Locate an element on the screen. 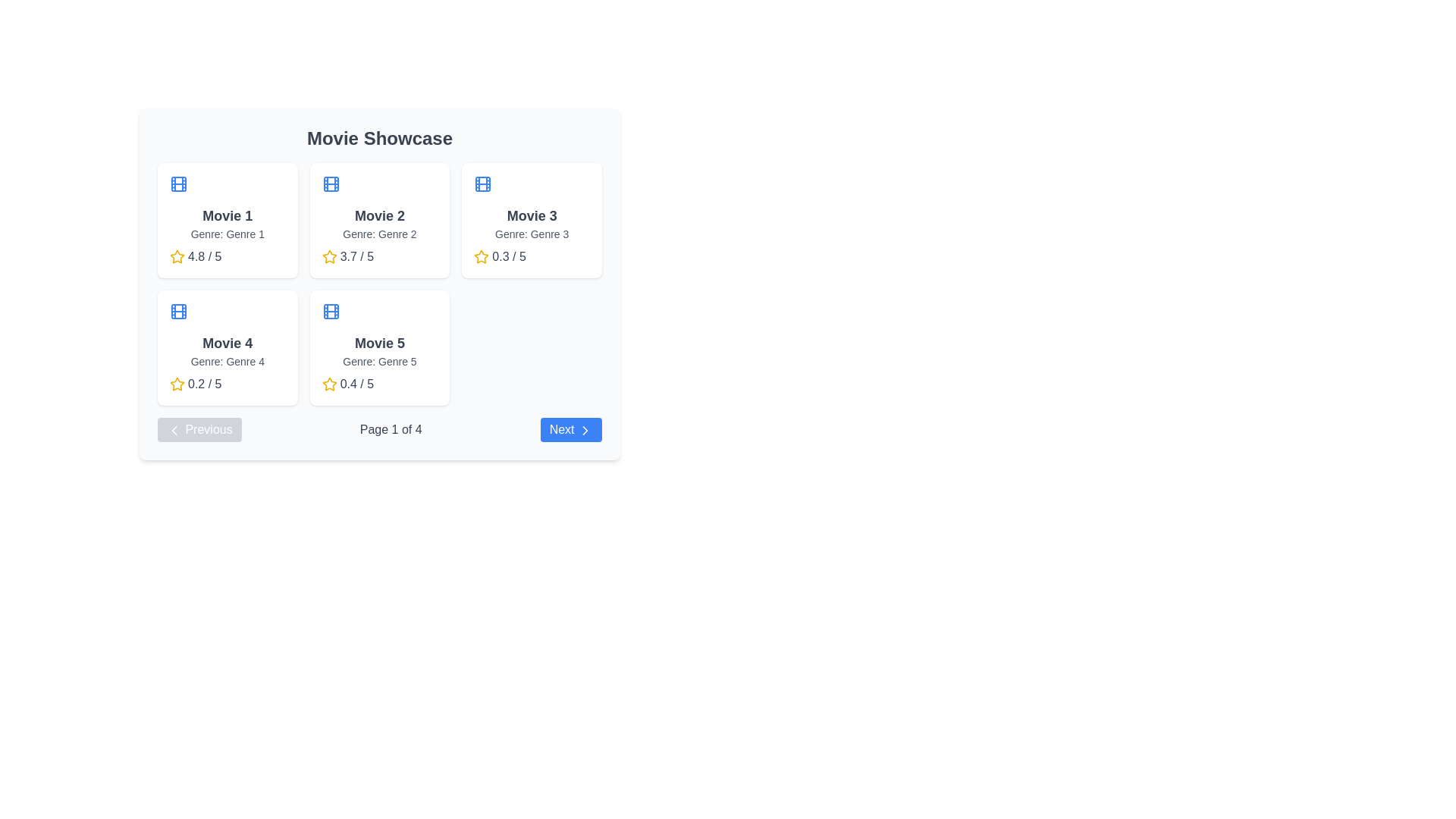 The height and width of the screenshot is (819, 1456). the rating text label displaying the rating of 'Movie 5', located at the bottom row of the grid layout is located at coordinates (356, 383).